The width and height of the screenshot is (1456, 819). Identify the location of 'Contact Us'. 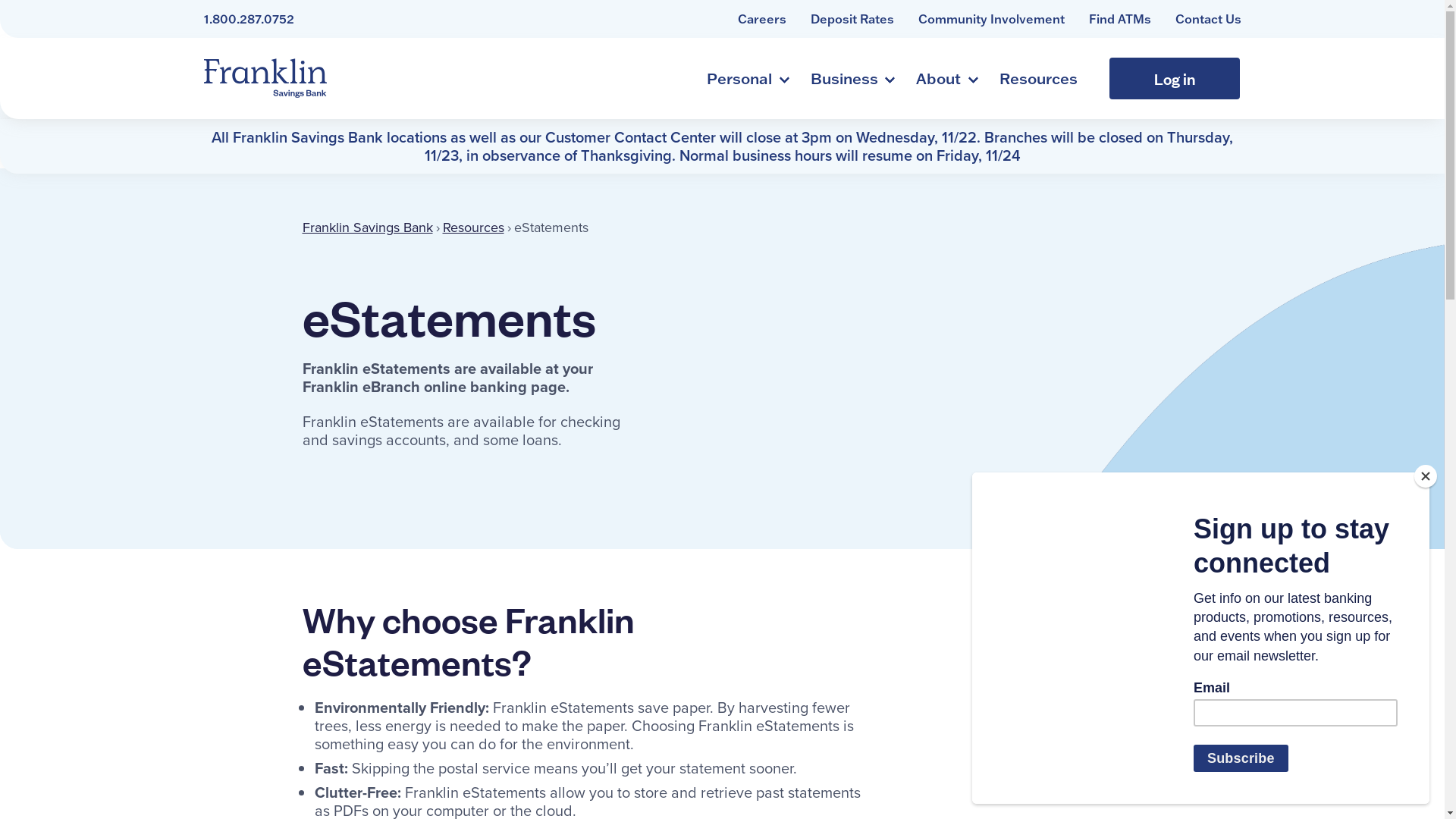
(1163, 18).